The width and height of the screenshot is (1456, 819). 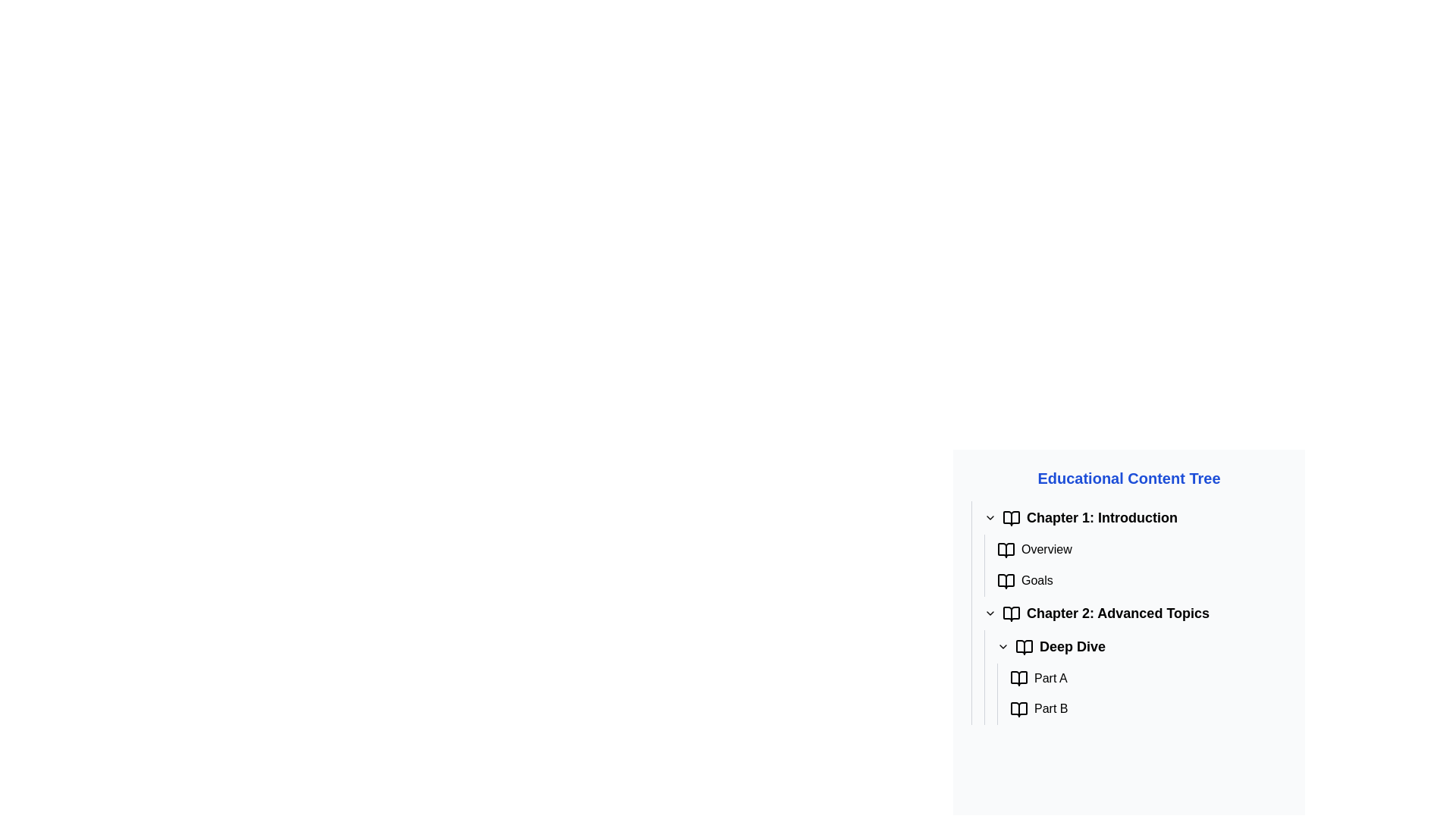 I want to click on the icon representing 'Chapter 2: Advanced Topics' in the Educational Content Tree, which serves as a visual indicator for the chapter, located to the left of the chapter title text, so click(x=1012, y=613).